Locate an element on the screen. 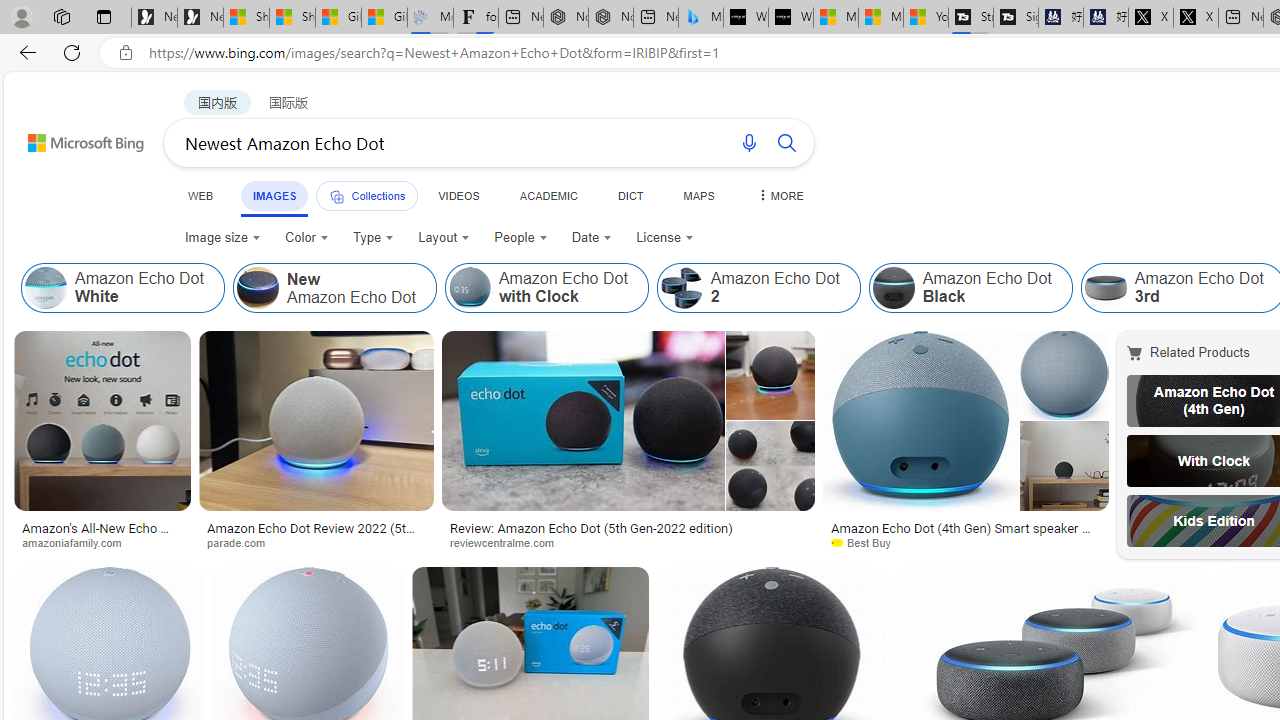 Image resolution: width=1280 pixels, height=720 pixels. 'Layout' is located at coordinates (443, 236).